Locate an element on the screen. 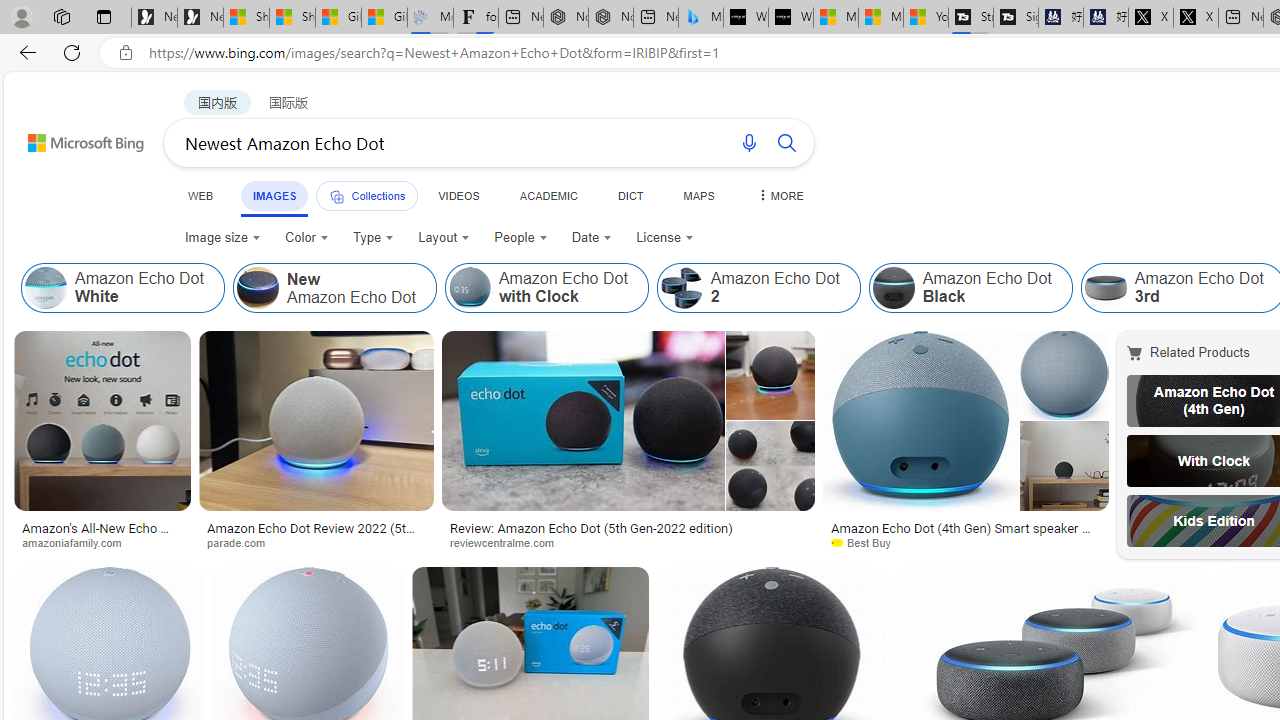 Image resolution: width=1280 pixels, height=720 pixels. 'Layout' is located at coordinates (443, 236).